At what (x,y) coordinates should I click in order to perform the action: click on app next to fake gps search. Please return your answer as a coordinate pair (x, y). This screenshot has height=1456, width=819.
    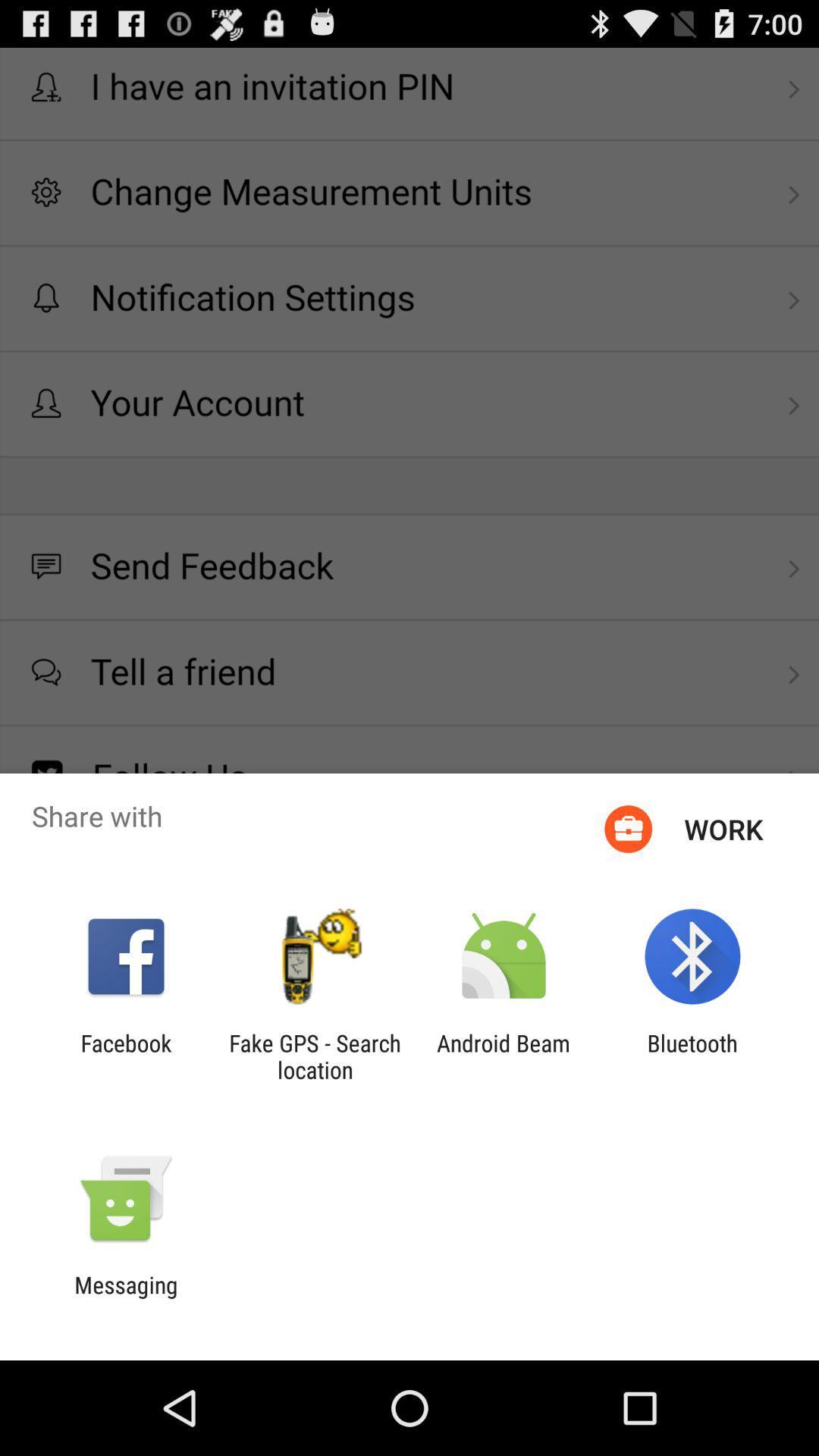
    Looking at the image, I should click on (504, 1056).